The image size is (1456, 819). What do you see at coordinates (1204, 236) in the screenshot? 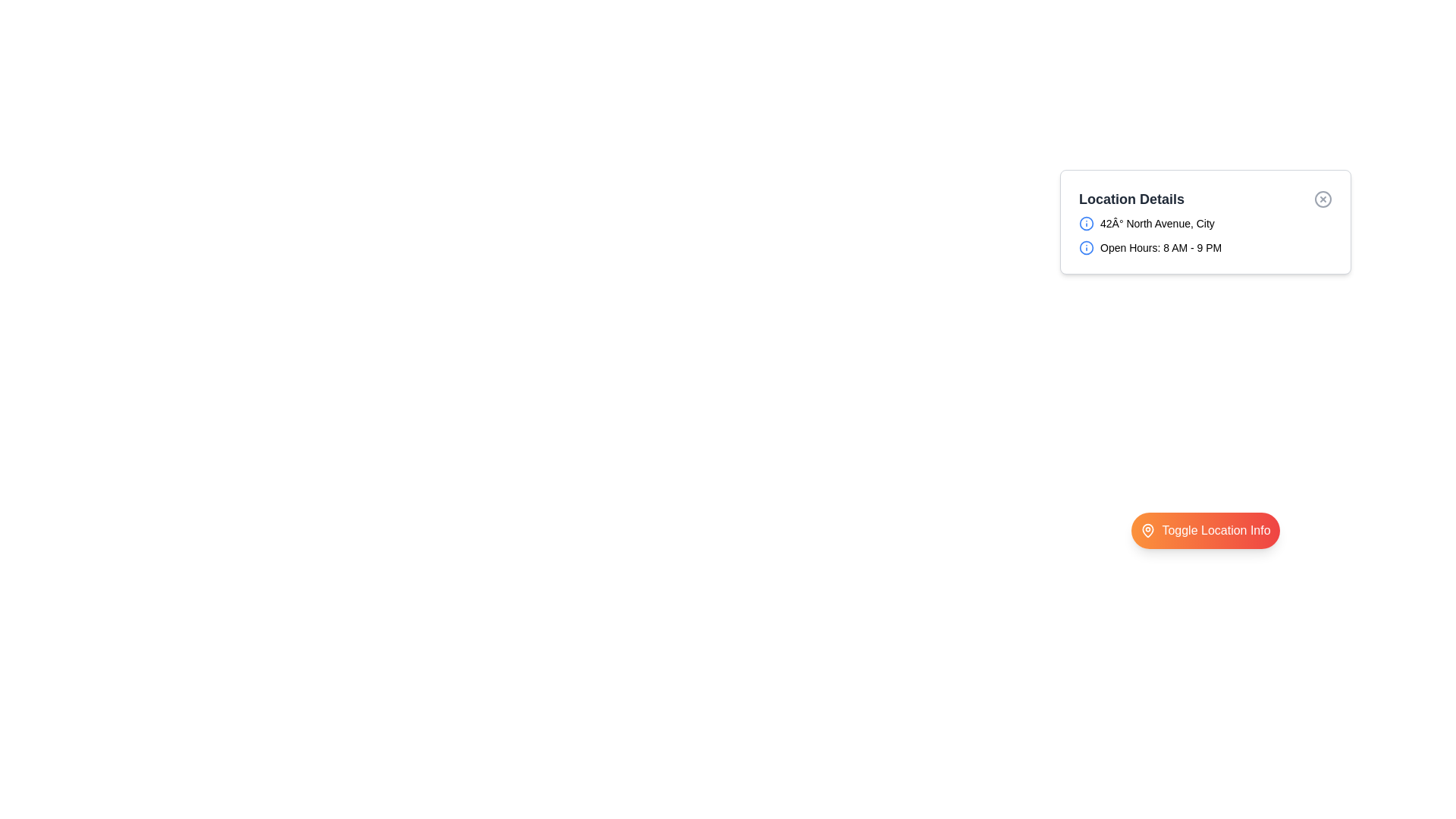
I see `the address text within the Grid layout of the 'Location Details' modal` at bounding box center [1204, 236].